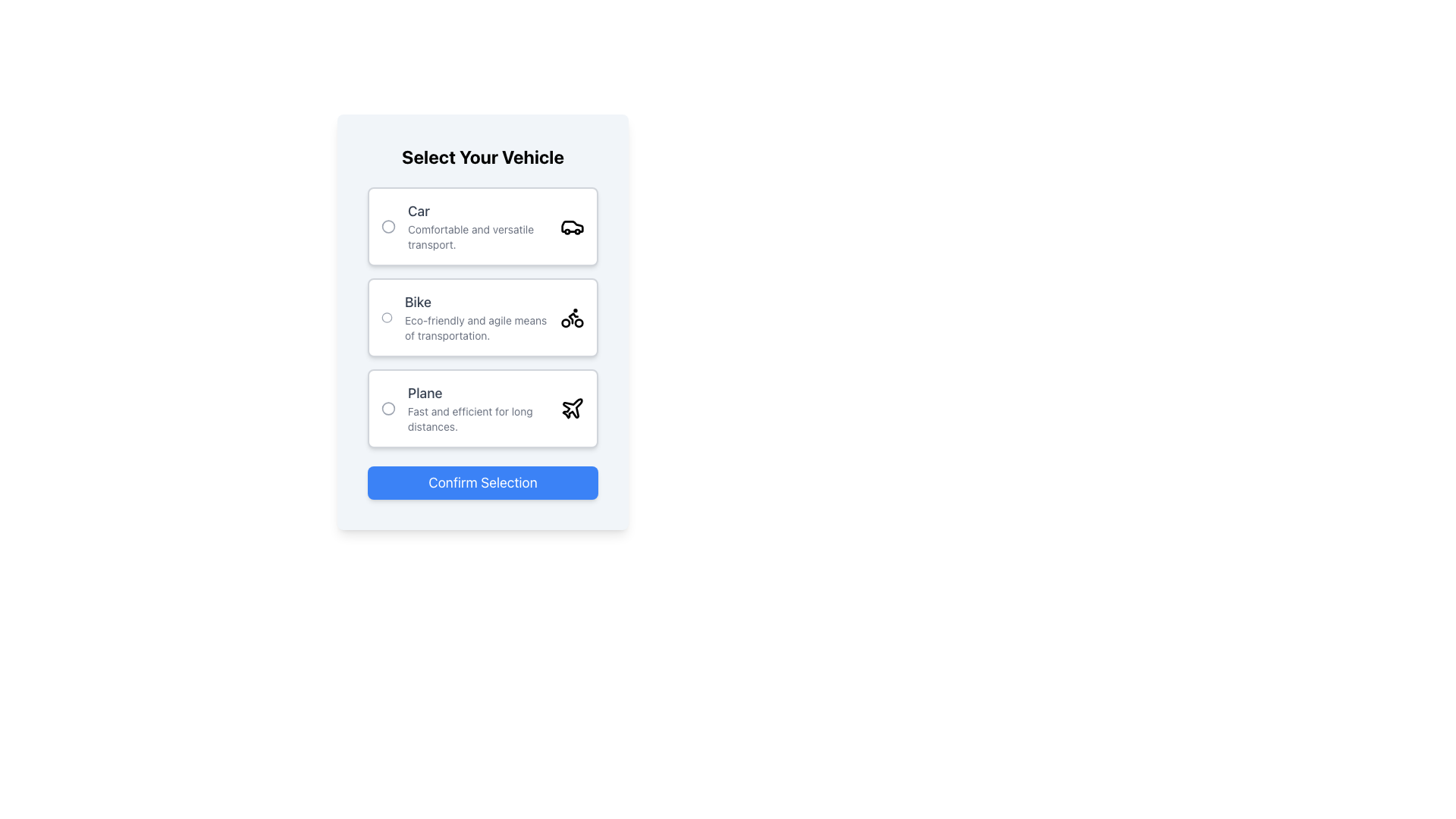  I want to click on the leftmost circular radio button indicator for the 'Bike' option in the 'Select Your Vehicle' list to trigger potential hover effects, so click(387, 317).